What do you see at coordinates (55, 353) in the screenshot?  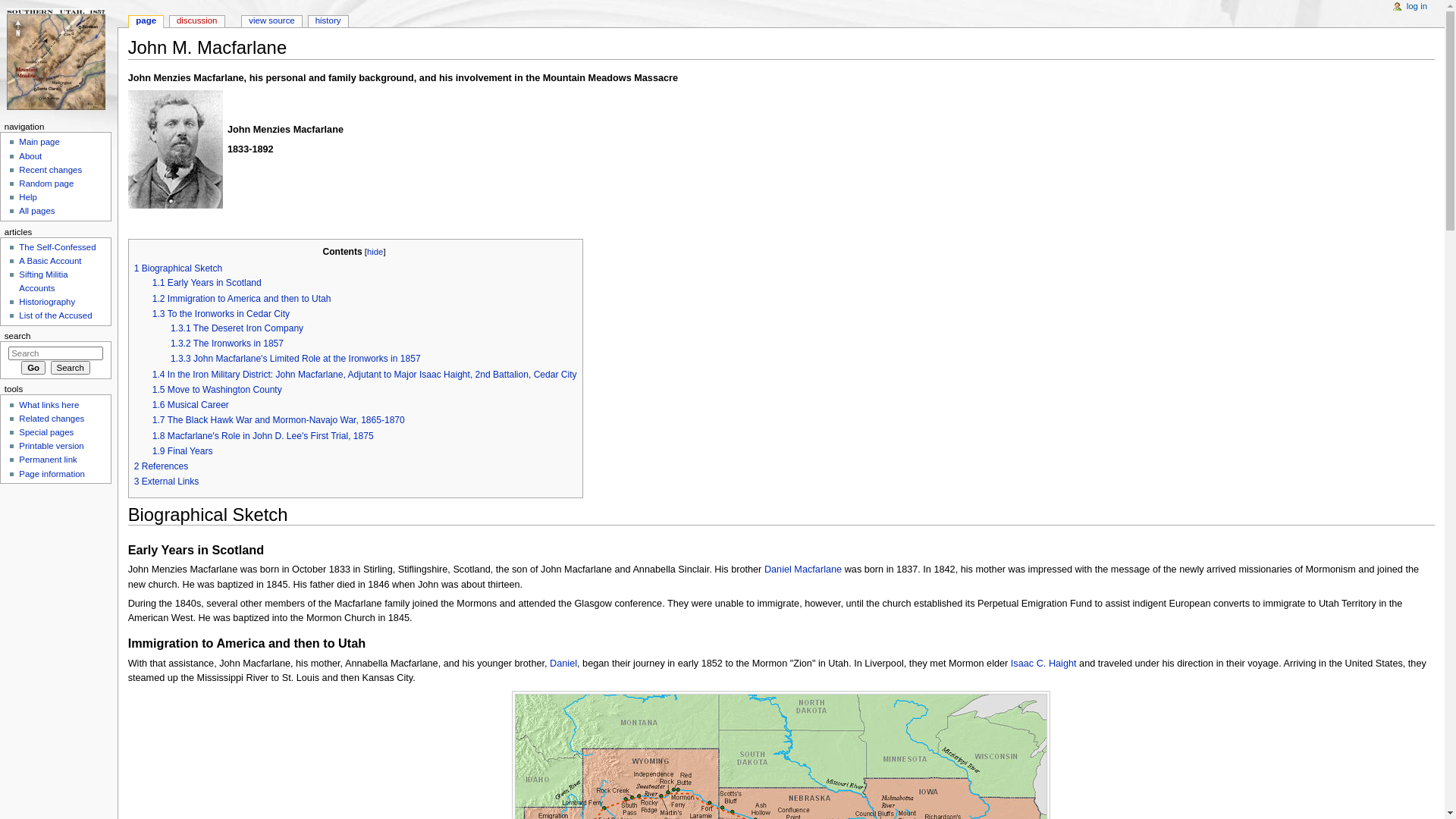 I see `'Search The 1857 Iron County Militia Project [alt-shift-f]'` at bounding box center [55, 353].